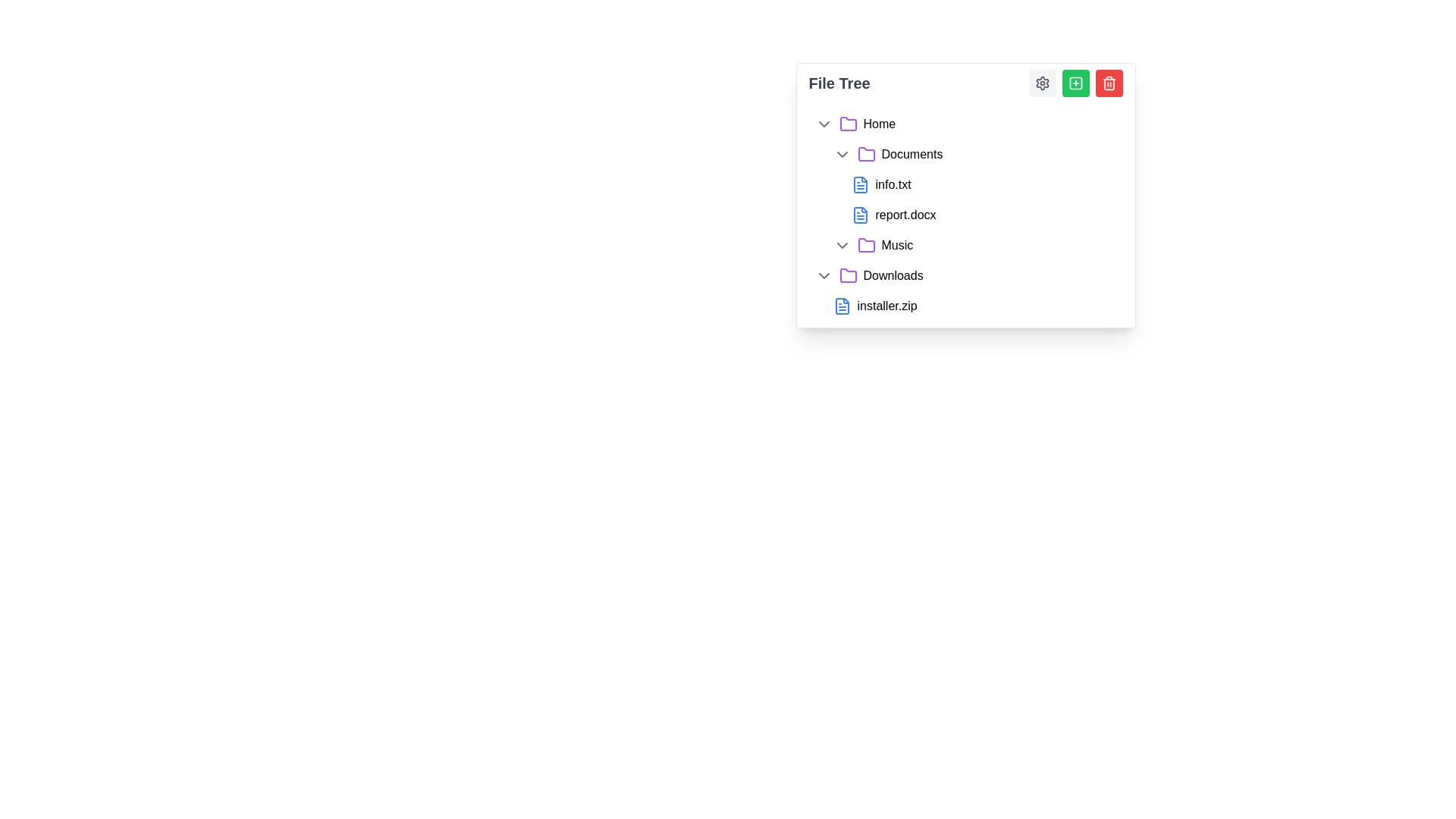 The height and width of the screenshot is (819, 1456). What do you see at coordinates (1075, 83) in the screenshot?
I see `the green button with rounded corners and a white plus icon, which is the second button in a horizontal row of three buttons` at bounding box center [1075, 83].